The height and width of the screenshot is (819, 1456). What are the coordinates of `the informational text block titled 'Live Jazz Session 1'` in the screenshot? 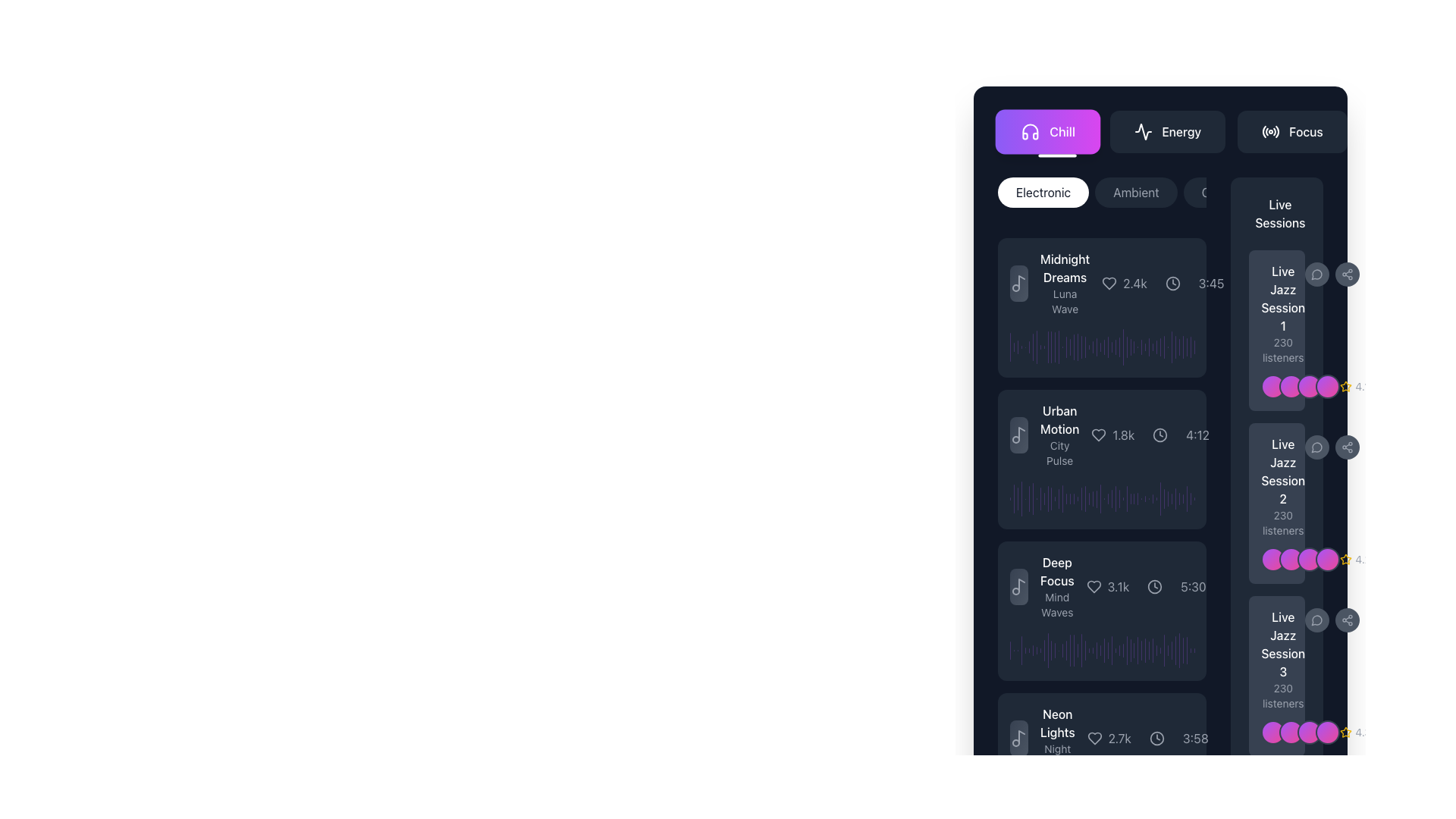 It's located at (1276, 312).